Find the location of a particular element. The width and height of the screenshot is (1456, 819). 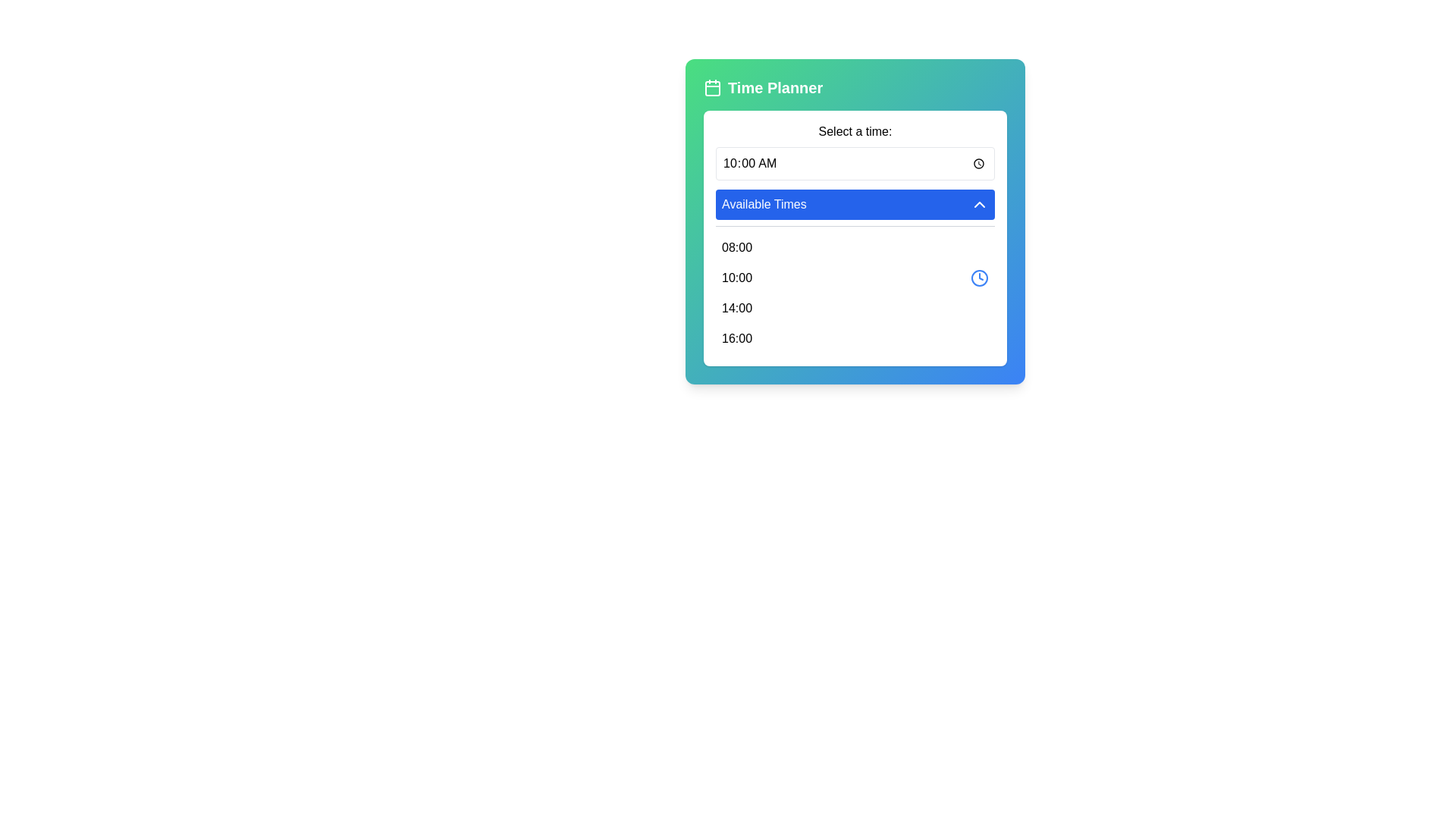

the scheduling icon located to the left of the 'Time Planner' text is located at coordinates (712, 87).